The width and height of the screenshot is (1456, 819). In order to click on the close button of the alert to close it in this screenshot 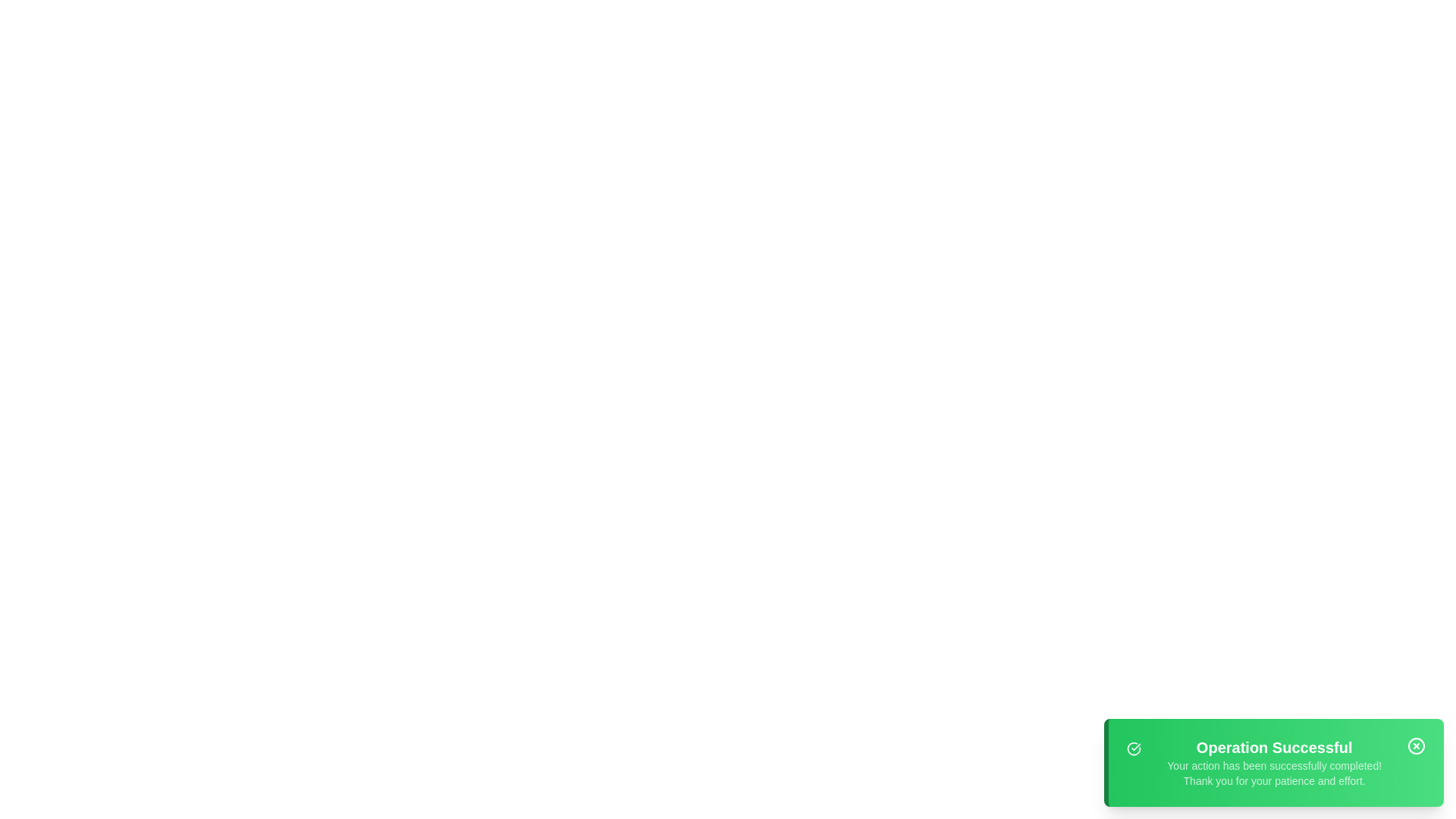, I will do `click(1415, 745)`.